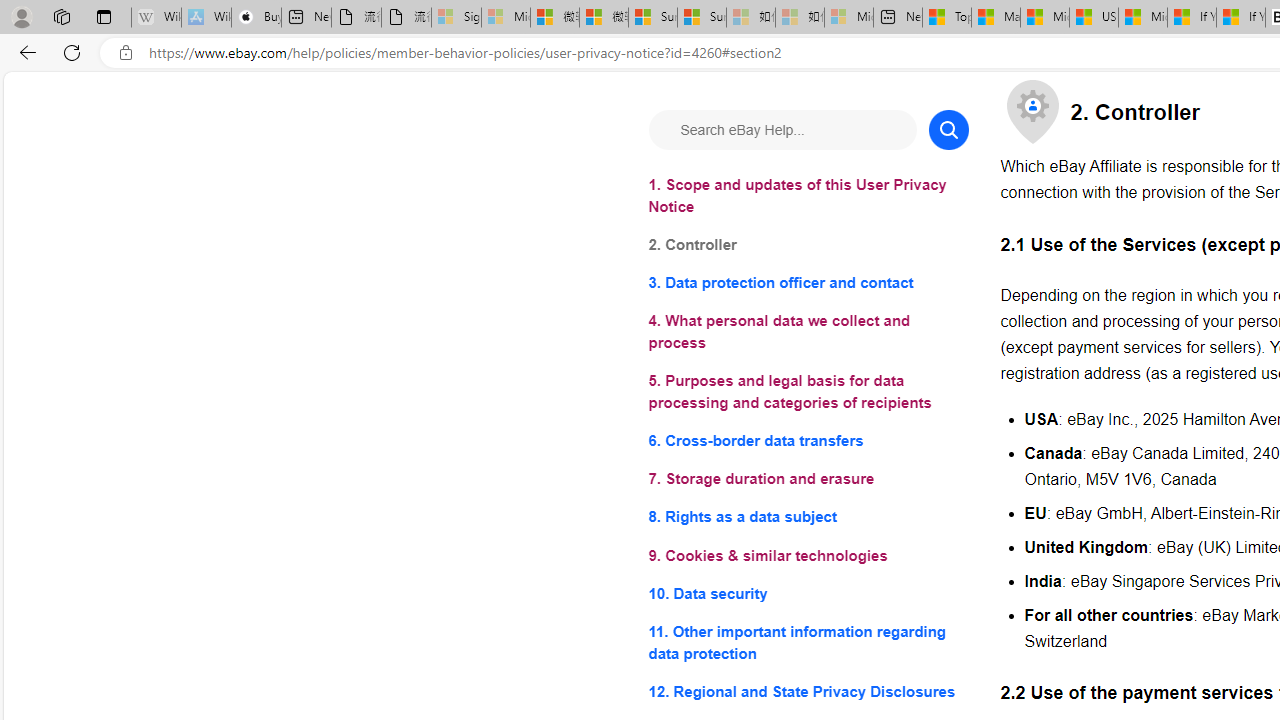 Image resolution: width=1280 pixels, height=720 pixels. Describe the element at coordinates (808, 440) in the screenshot. I see `'6. Cross-border data transfers'` at that location.